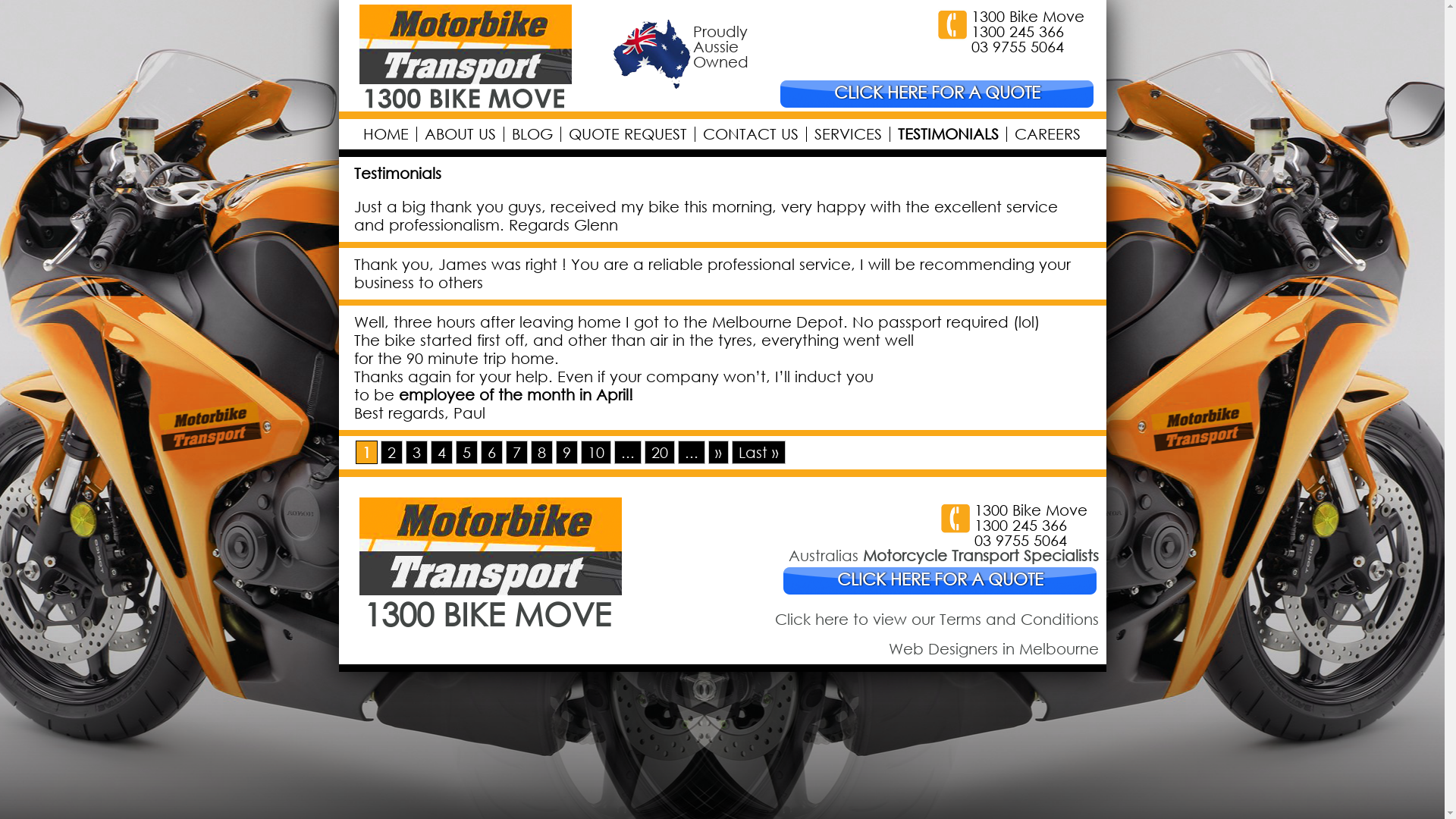 This screenshot has height=819, width=1456. Describe the element at coordinates (659, 451) in the screenshot. I see `'20'` at that location.